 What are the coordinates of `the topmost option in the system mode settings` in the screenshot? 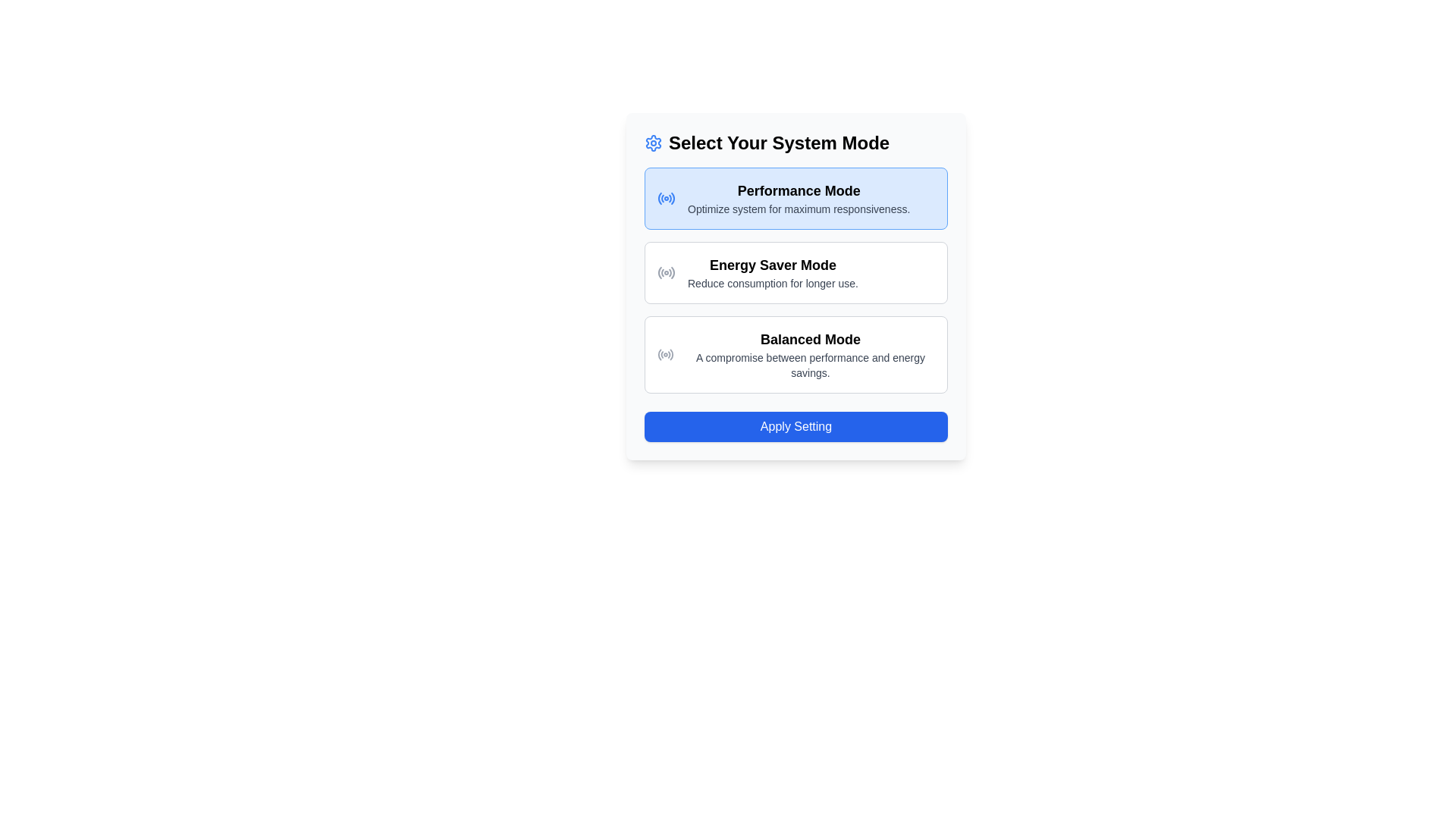 It's located at (795, 198).